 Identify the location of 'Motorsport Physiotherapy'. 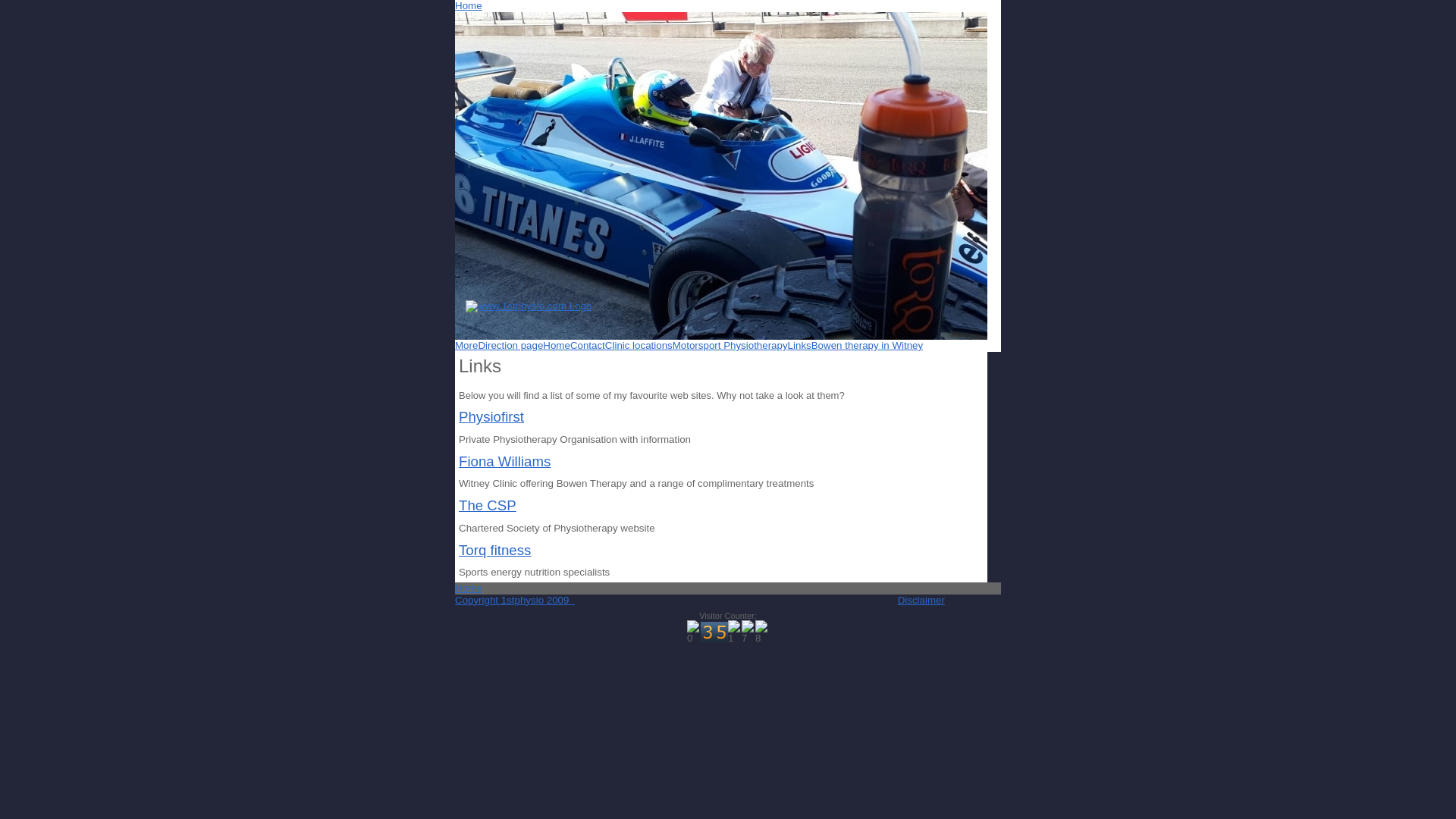
(730, 345).